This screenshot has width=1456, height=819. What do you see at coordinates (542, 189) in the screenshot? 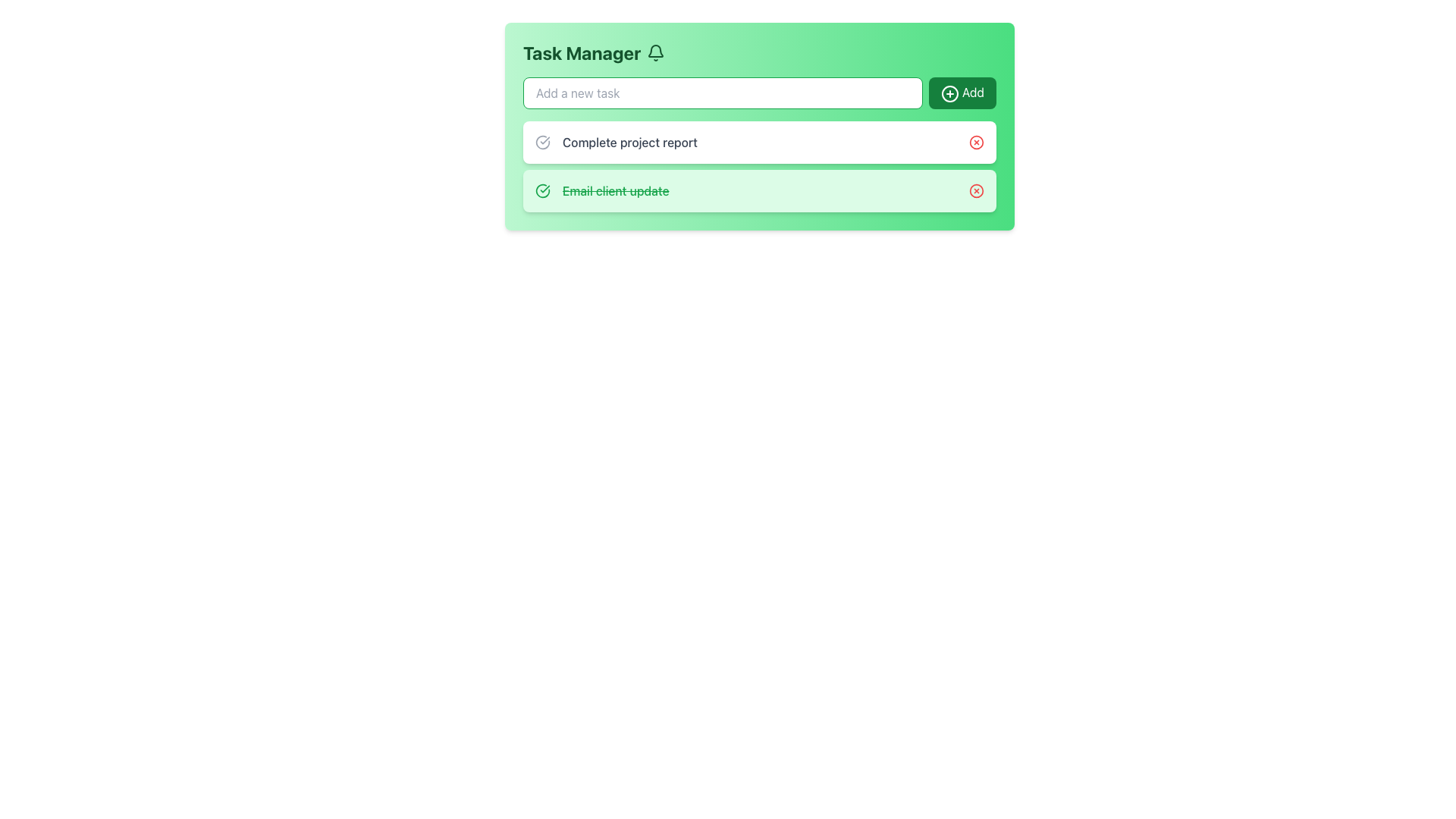
I see `the Completion indicator icon for the task 'Email client update'` at bounding box center [542, 189].